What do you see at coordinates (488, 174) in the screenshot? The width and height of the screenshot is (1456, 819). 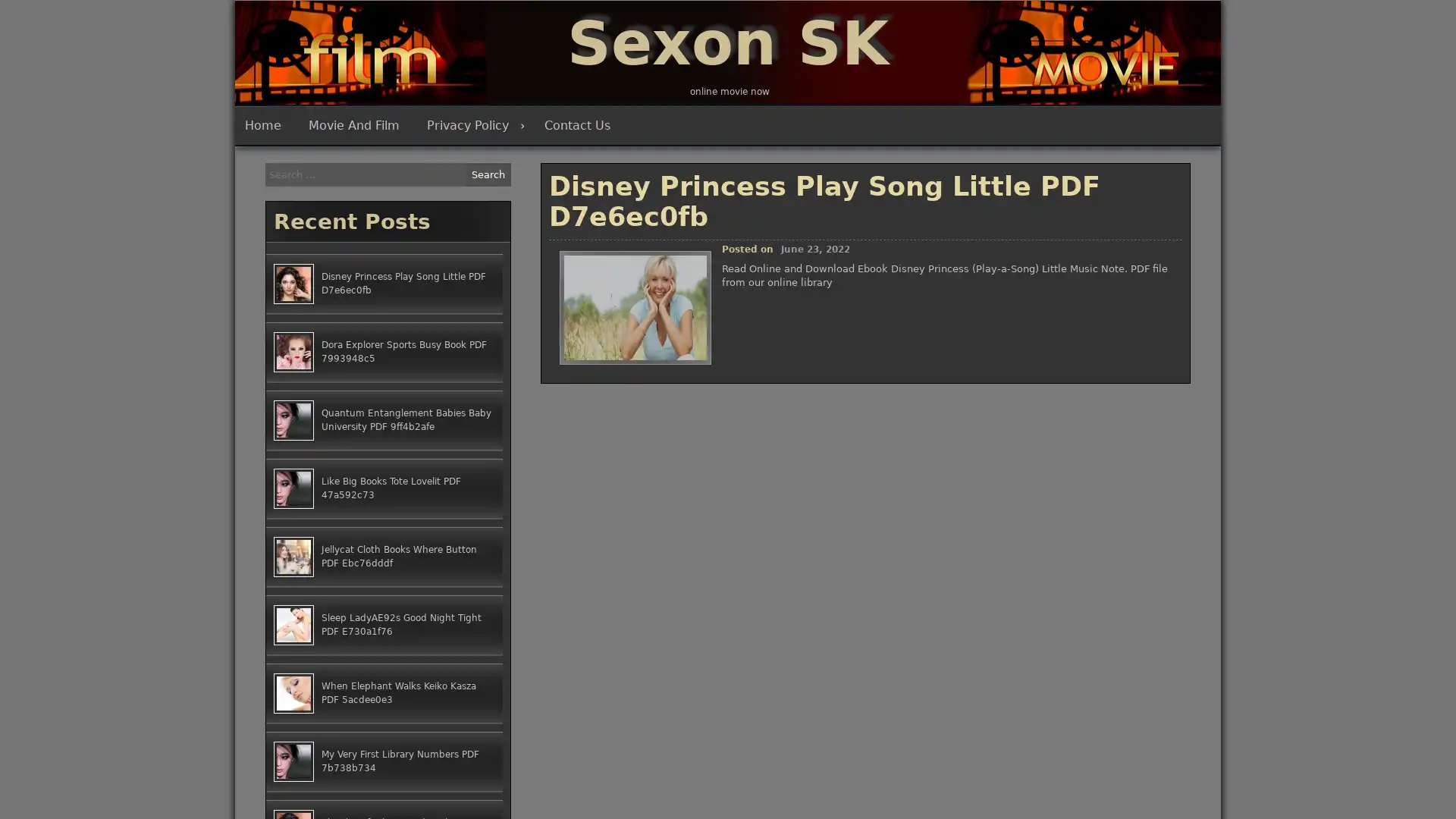 I see `Search` at bounding box center [488, 174].